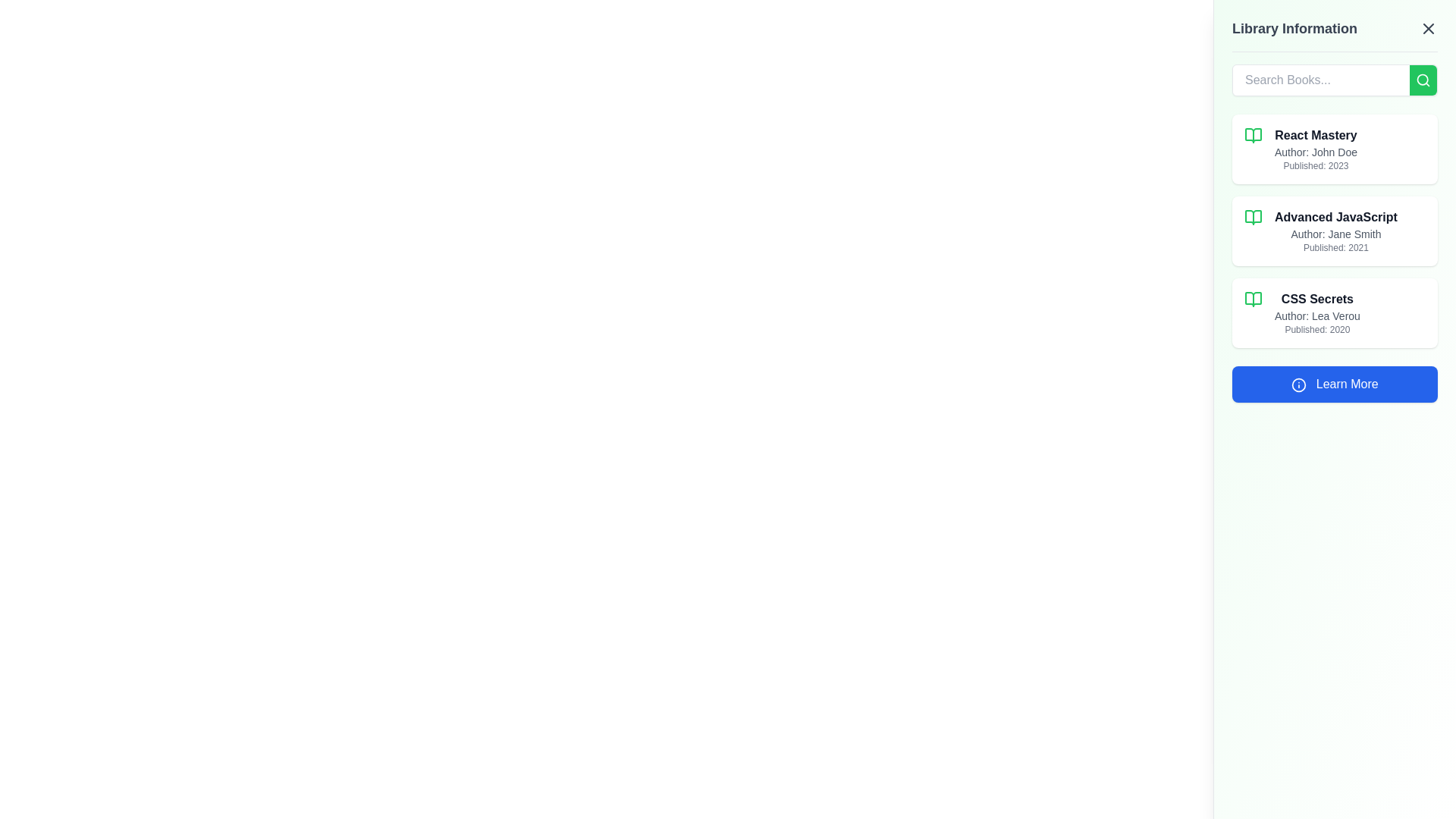  What do you see at coordinates (1253, 299) in the screenshot?
I see `the icon representing the book titled 'CSS Secrets'` at bounding box center [1253, 299].